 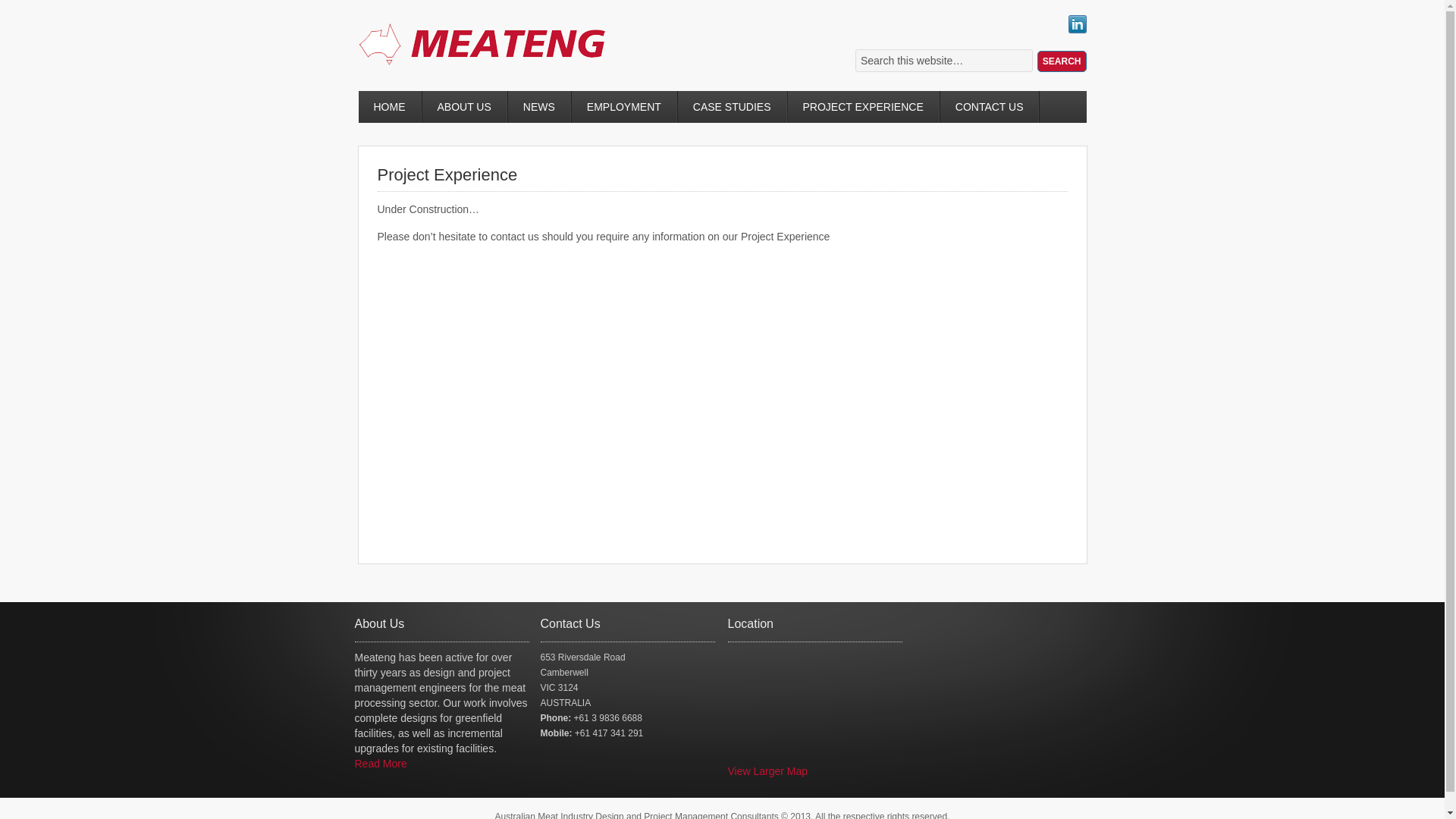 What do you see at coordinates (767, 771) in the screenshot?
I see `'View Larger Map'` at bounding box center [767, 771].